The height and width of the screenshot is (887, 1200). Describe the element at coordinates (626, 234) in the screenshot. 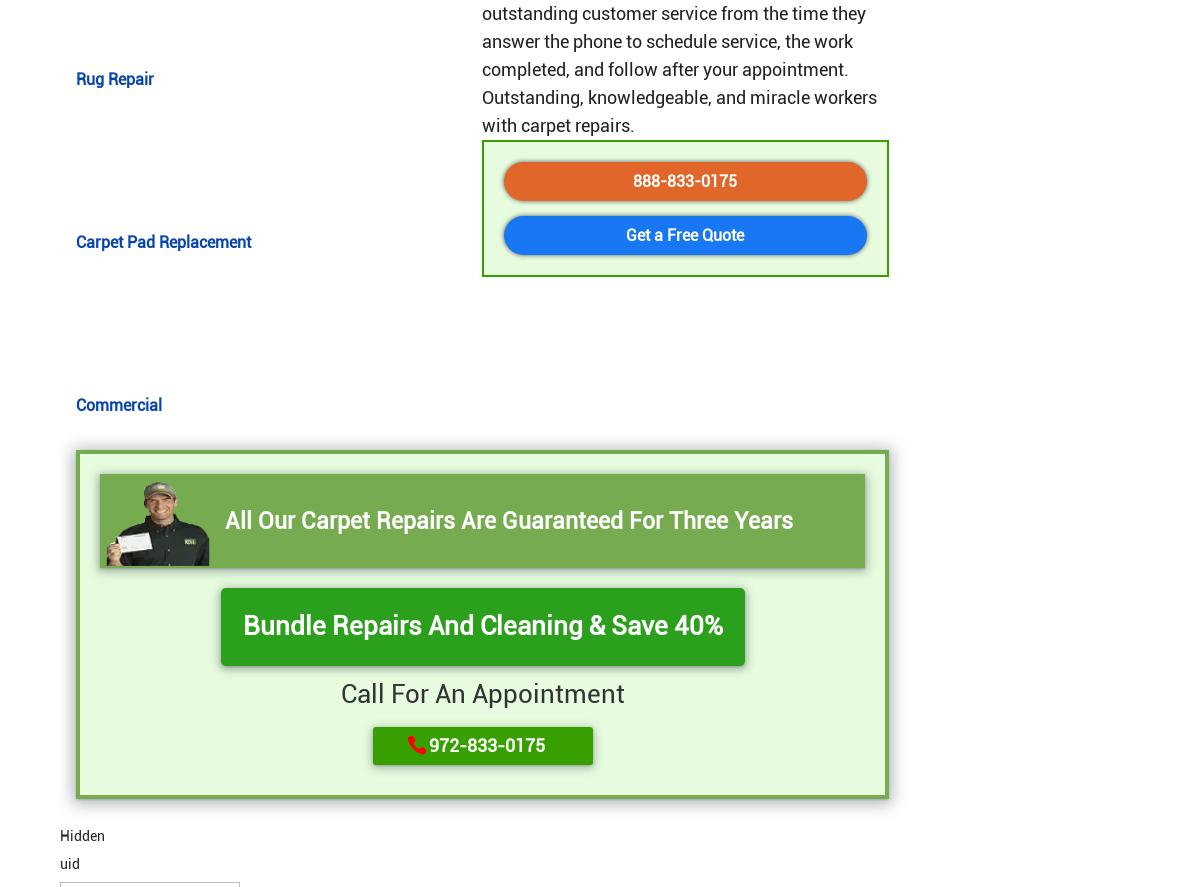

I see `'Get a Free Quote'` at that location.